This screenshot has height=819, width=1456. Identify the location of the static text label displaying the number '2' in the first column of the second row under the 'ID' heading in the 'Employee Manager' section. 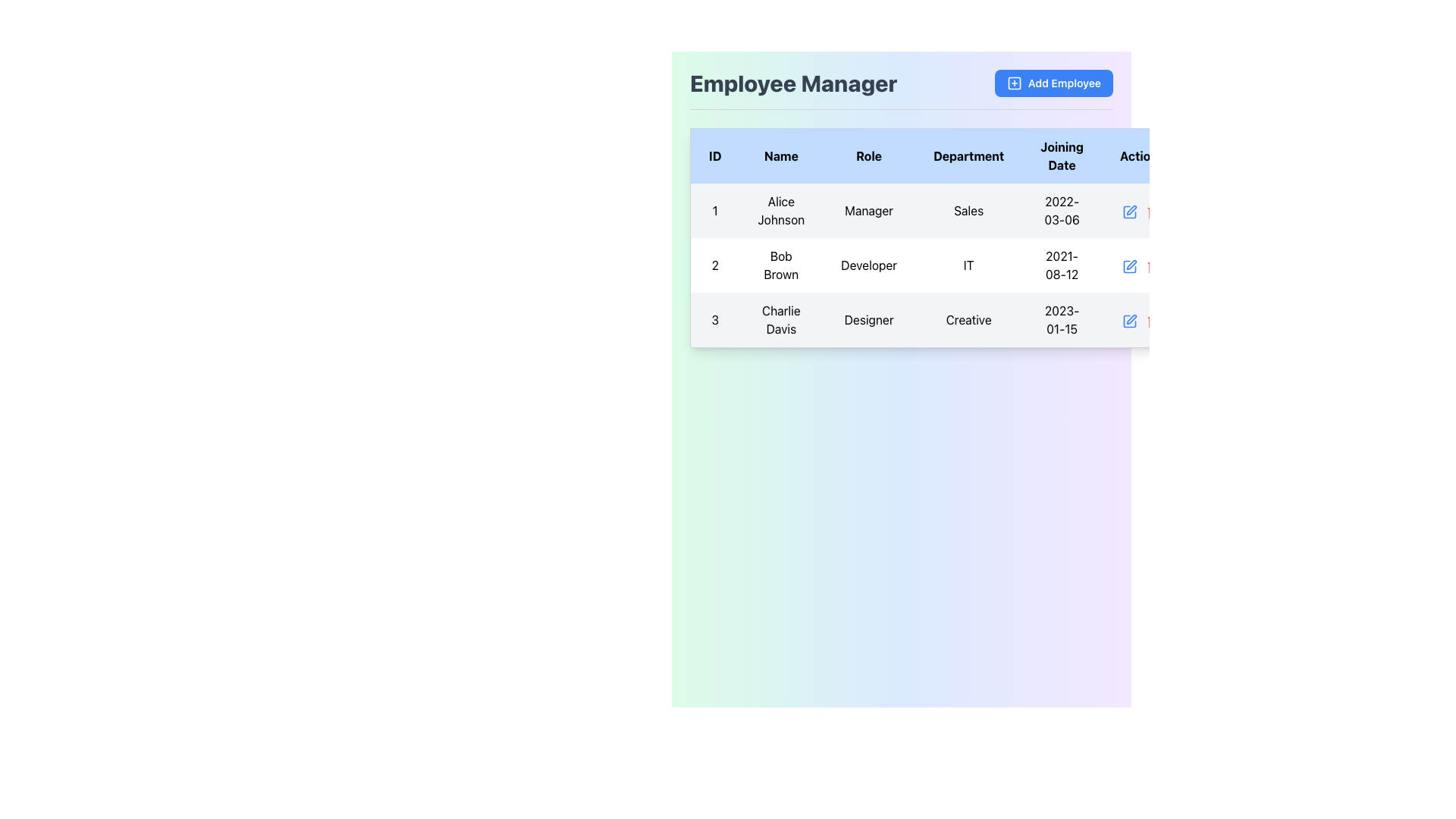
(714, 265).